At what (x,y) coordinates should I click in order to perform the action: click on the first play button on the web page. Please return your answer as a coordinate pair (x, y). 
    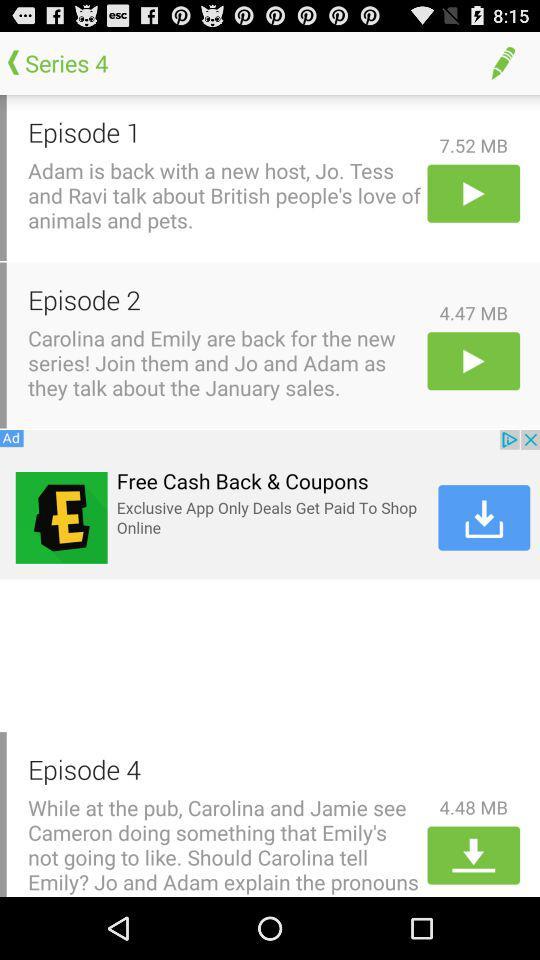
    Looking at the image, I should click on (473, 192).